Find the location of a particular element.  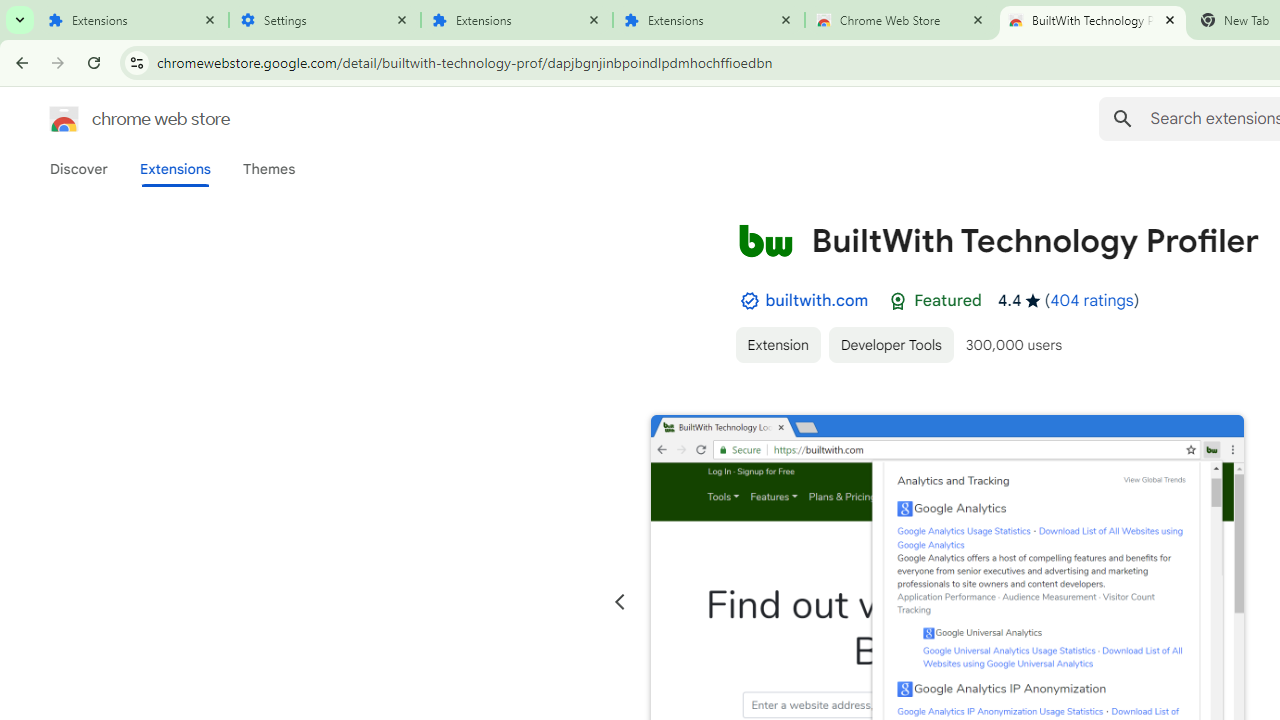

'Themes' is located at coordinates (268, 168).